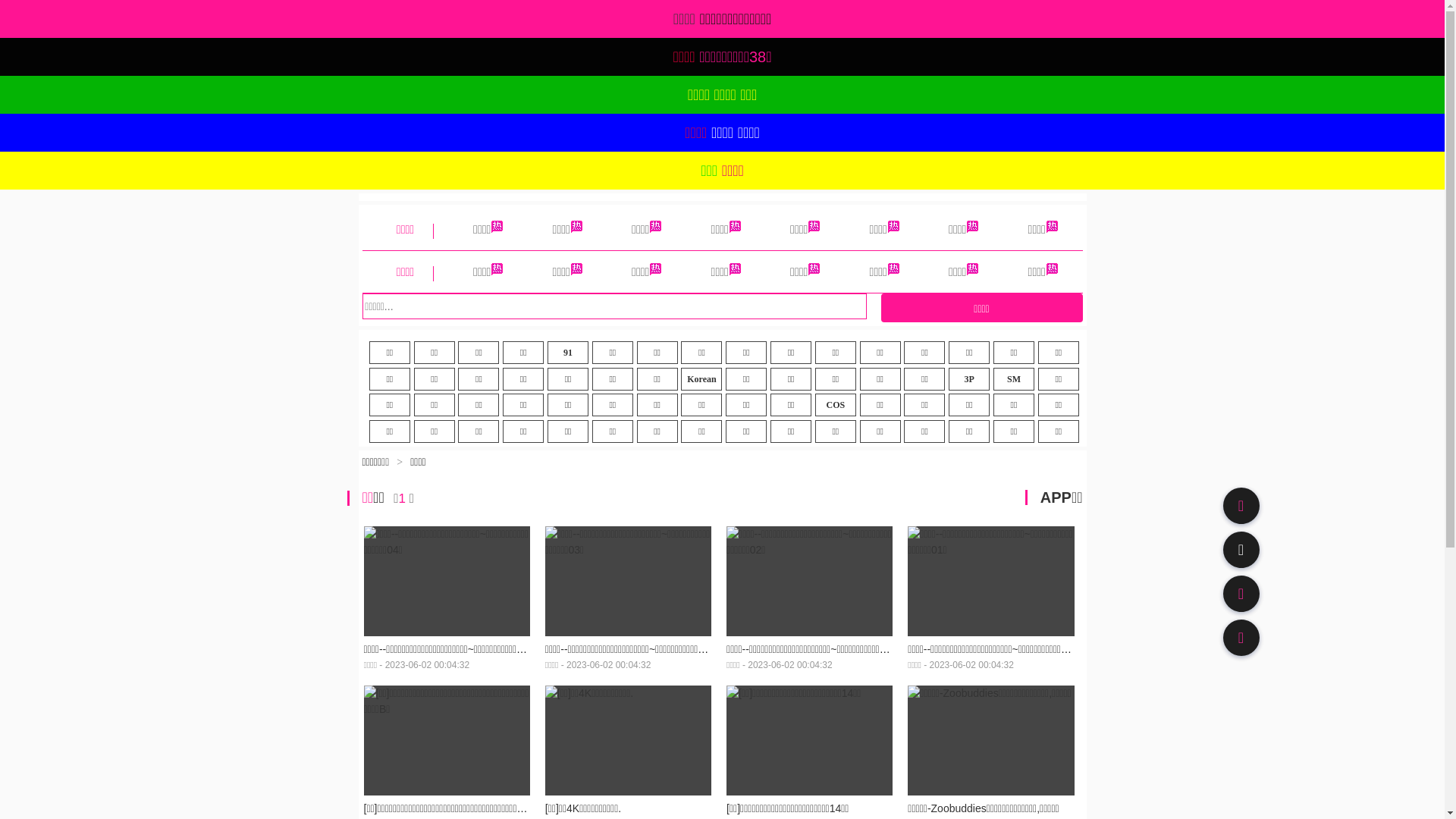  I want to click on '91TV', so click(1241, 593).